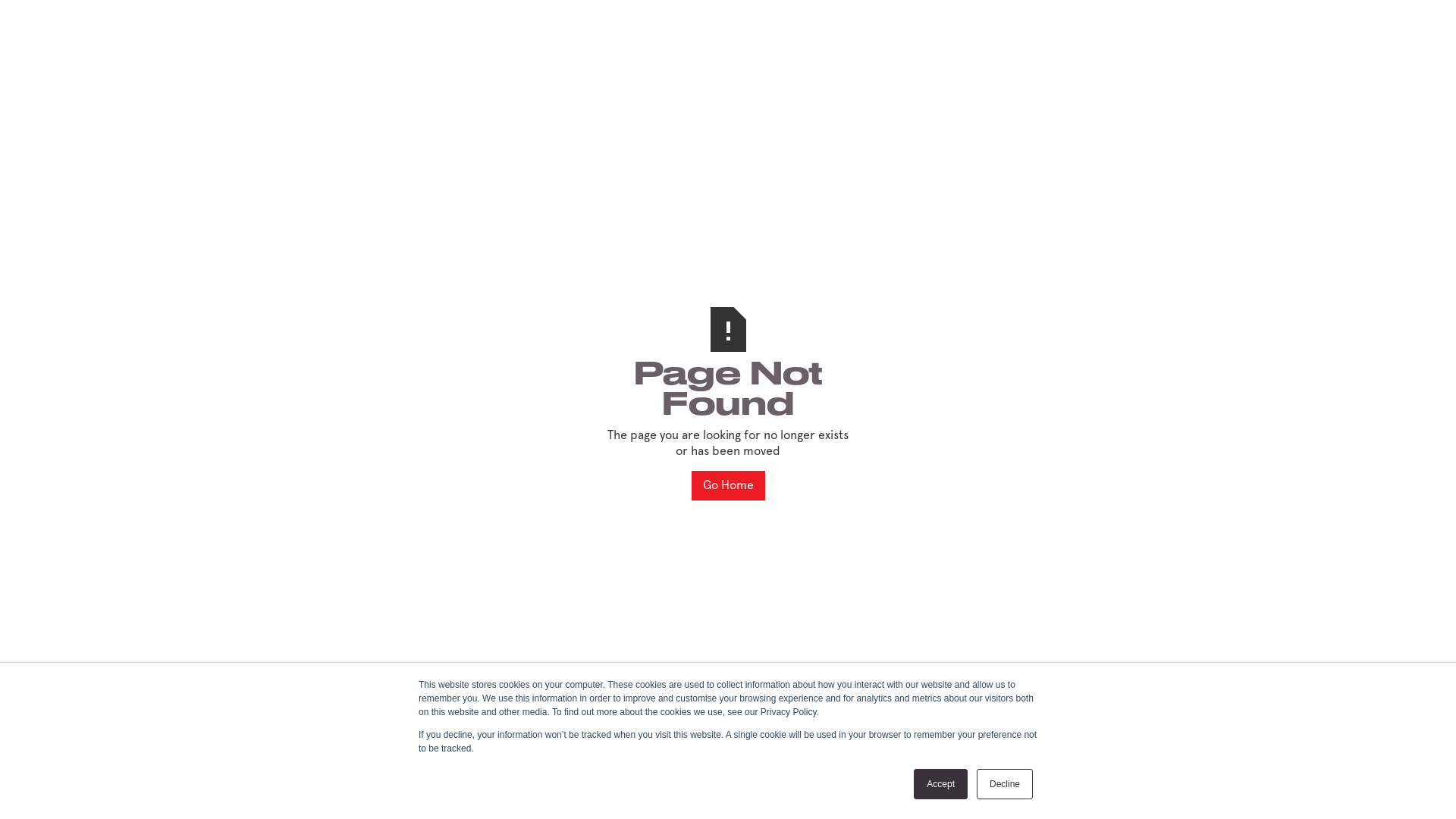 The image size is (1456, 819). What do you see at coordinates (940, 783) in the screenshot?
I see `'Accept'` at bounding box center [940, 783].